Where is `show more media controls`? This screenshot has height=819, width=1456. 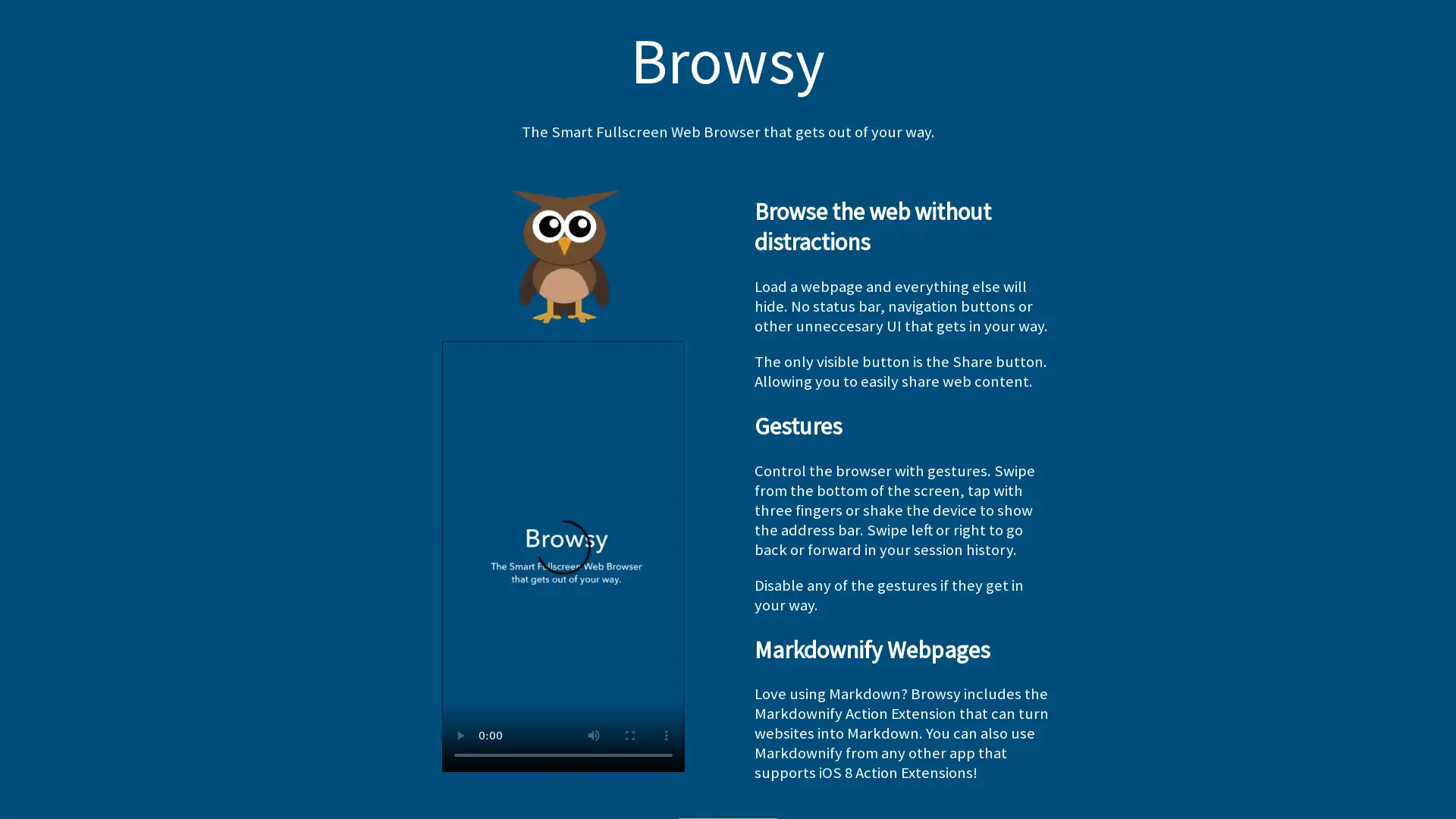 show more media controls is located at coordinates (666, 733).